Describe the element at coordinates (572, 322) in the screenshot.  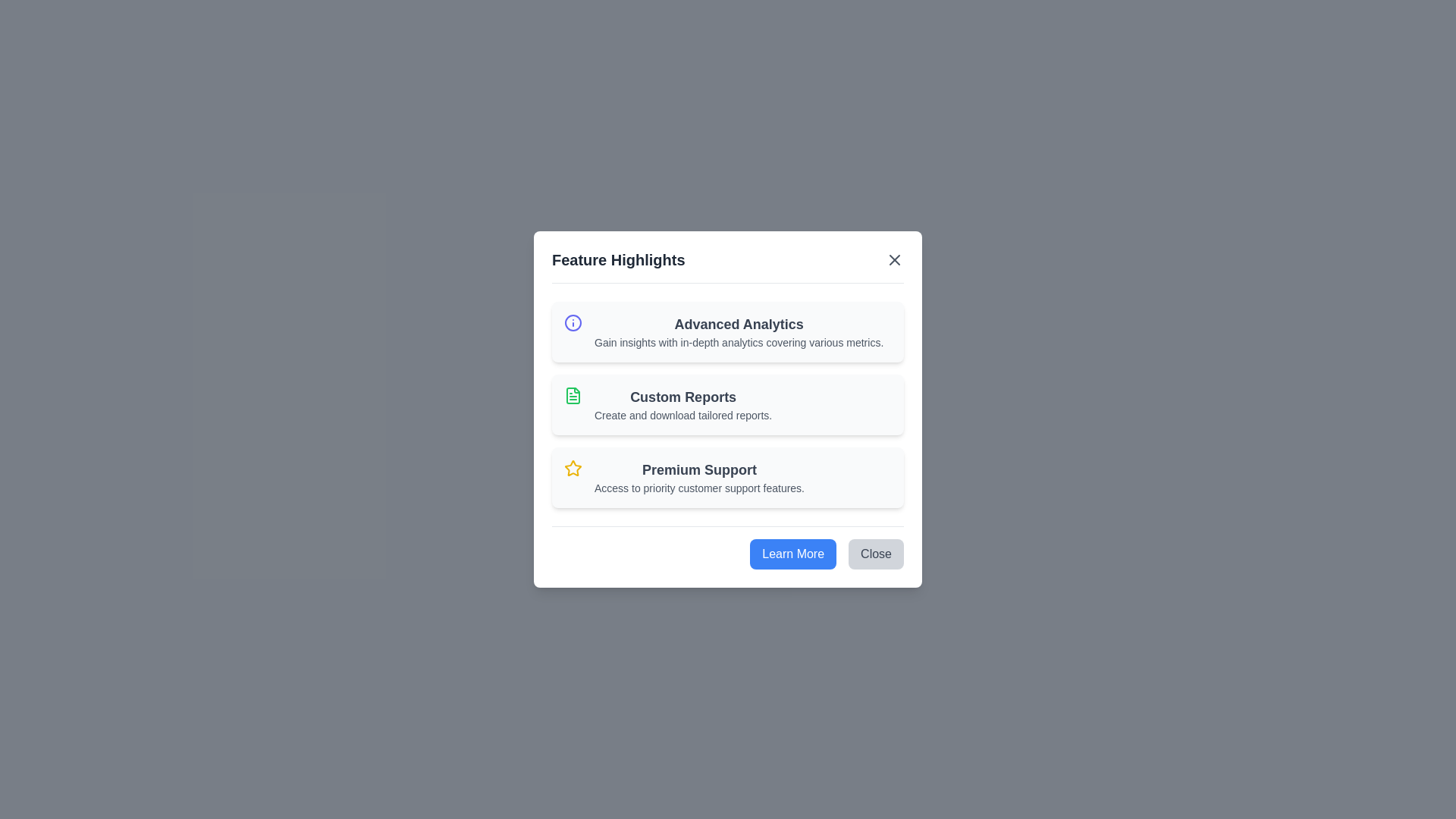
I see `the circular icon with a blue outline and indigo color located next to the 'Advanced Analytics' text block` at that location.